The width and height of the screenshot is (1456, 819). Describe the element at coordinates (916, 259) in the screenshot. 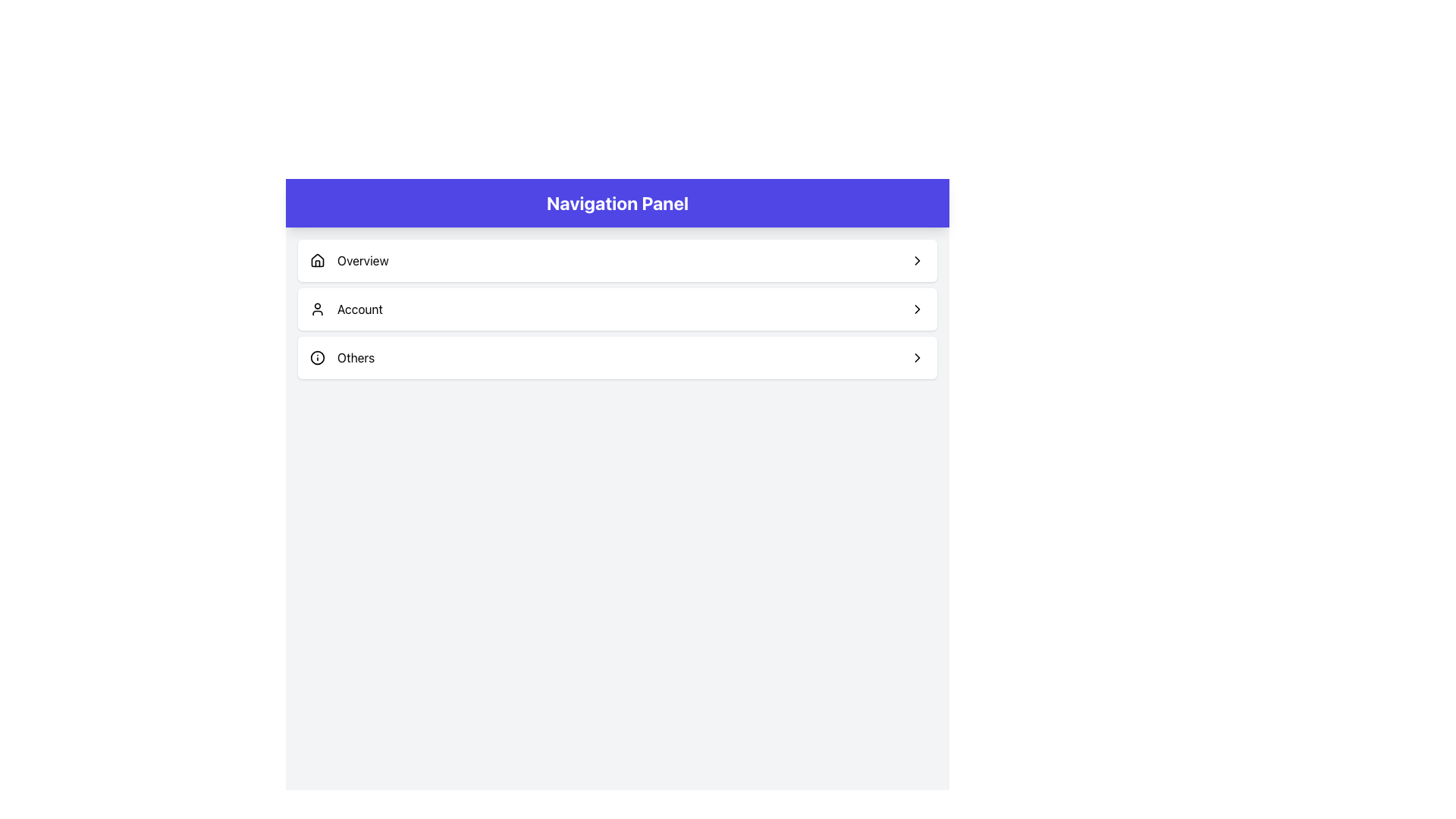

I see `the rightward-pointing chevron icon located at the far right end of the row labeled 'Overview'` at that location.